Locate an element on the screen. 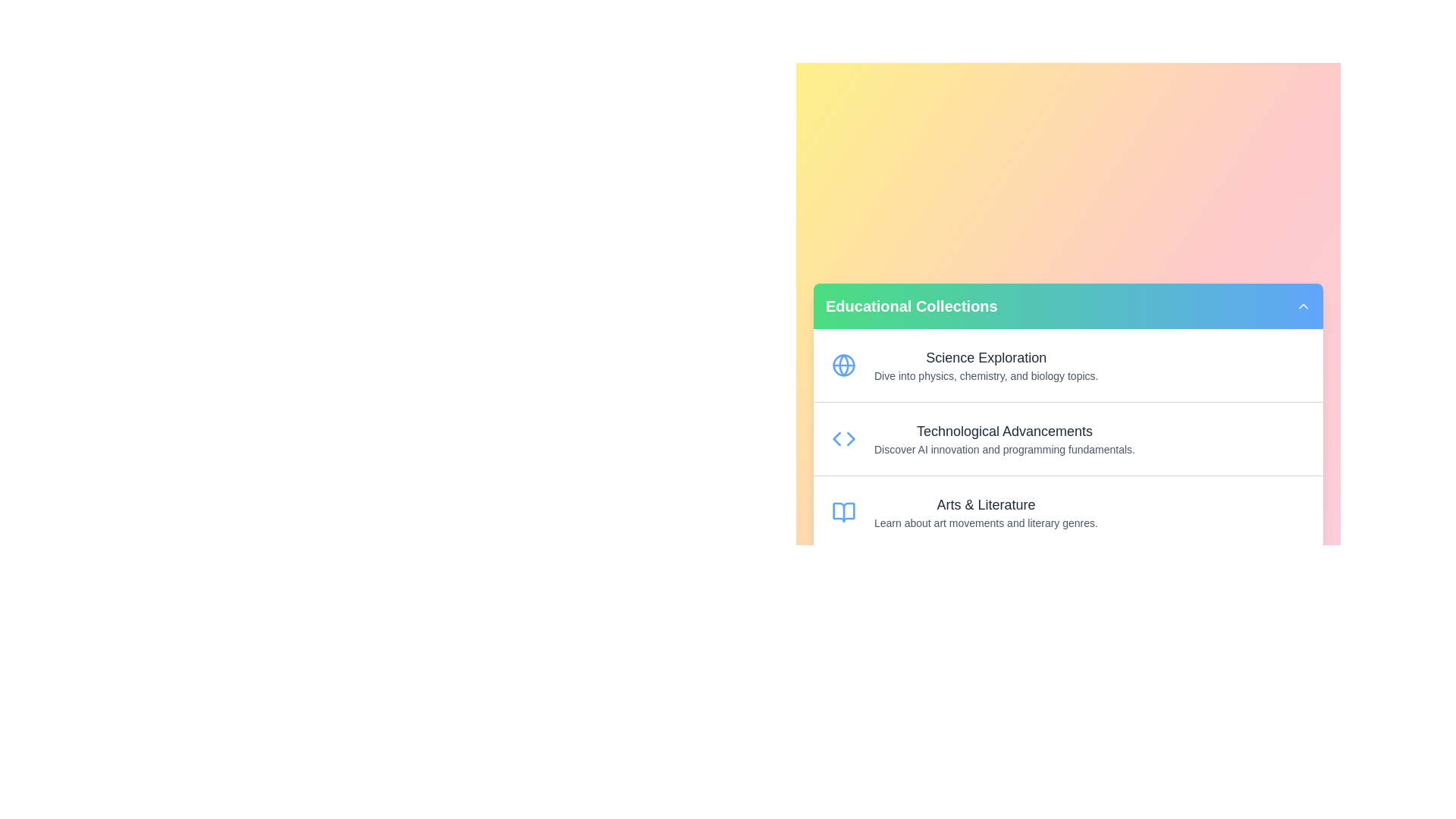  the item labeled 'Arts & Literature' in the list to observe visual feedback is located at coordinates (1068, 512).